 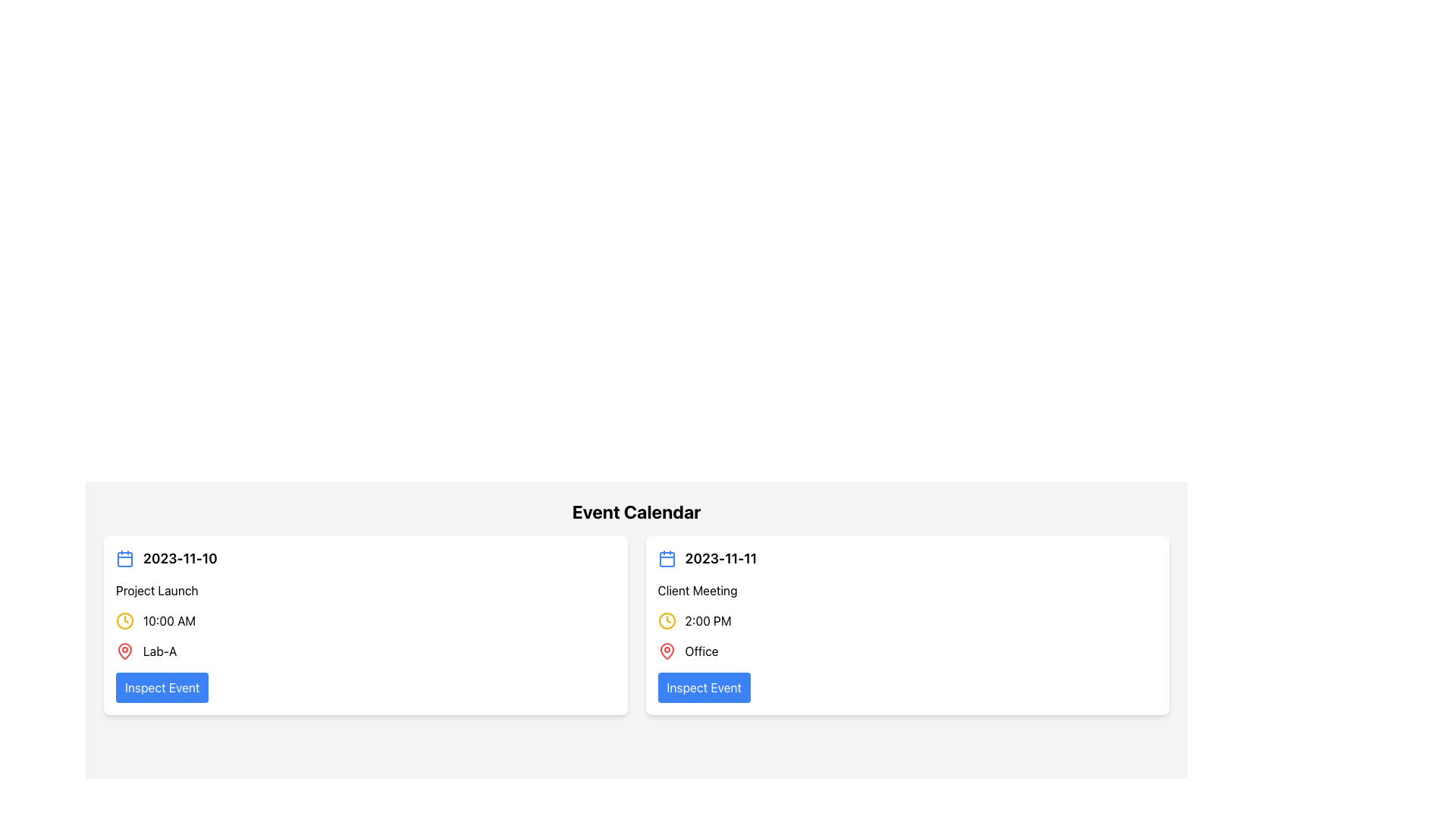 What do you see at coordinates (146, 651) in the screenshot?
I see `the non-interactive text label displaying the location information, positioned at the bottom-left area of the event card beneath the '10:00 AM' time detail` at bounding box center [146, 651].